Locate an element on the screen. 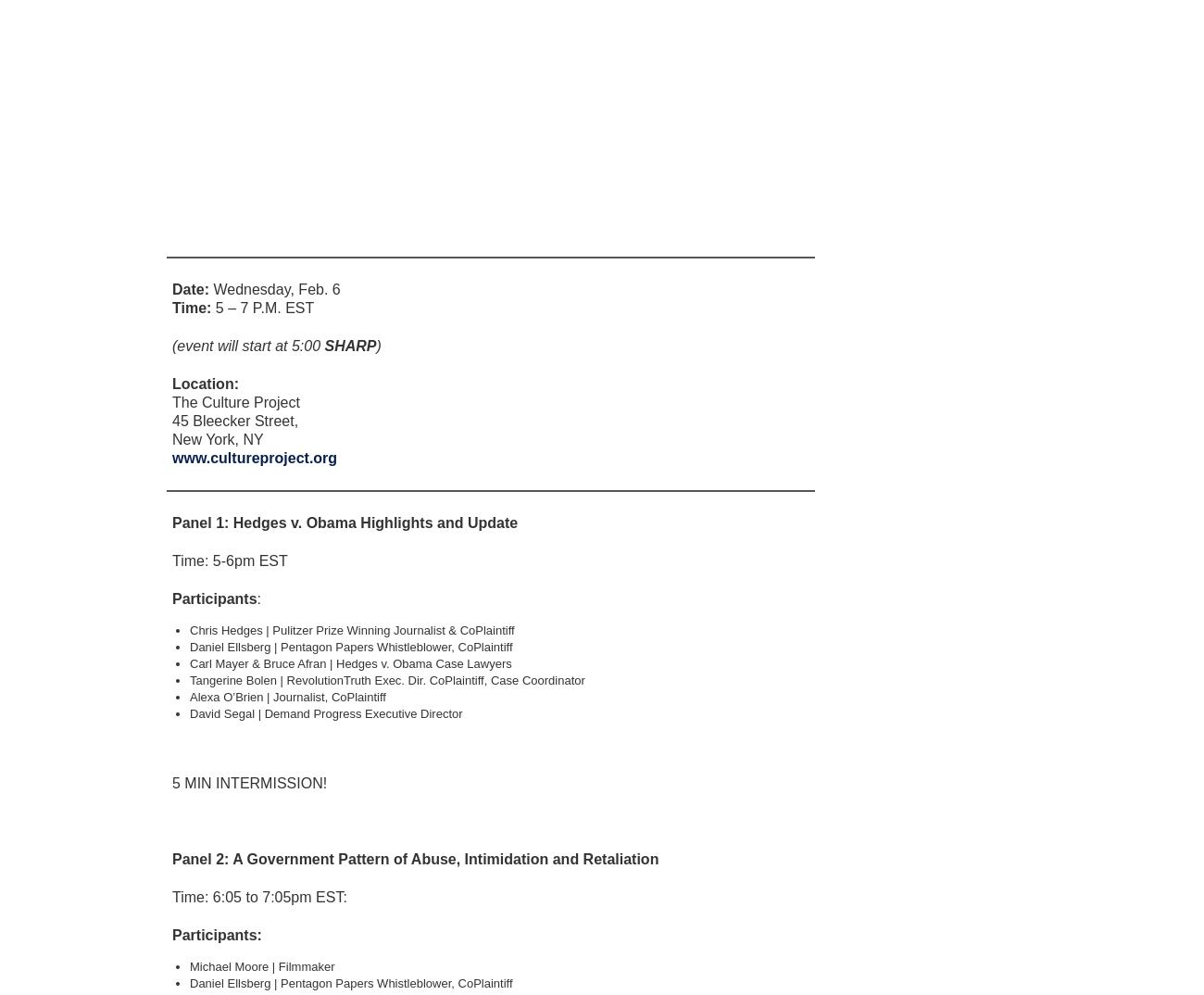  ')' is located at coordinates (378, 345).